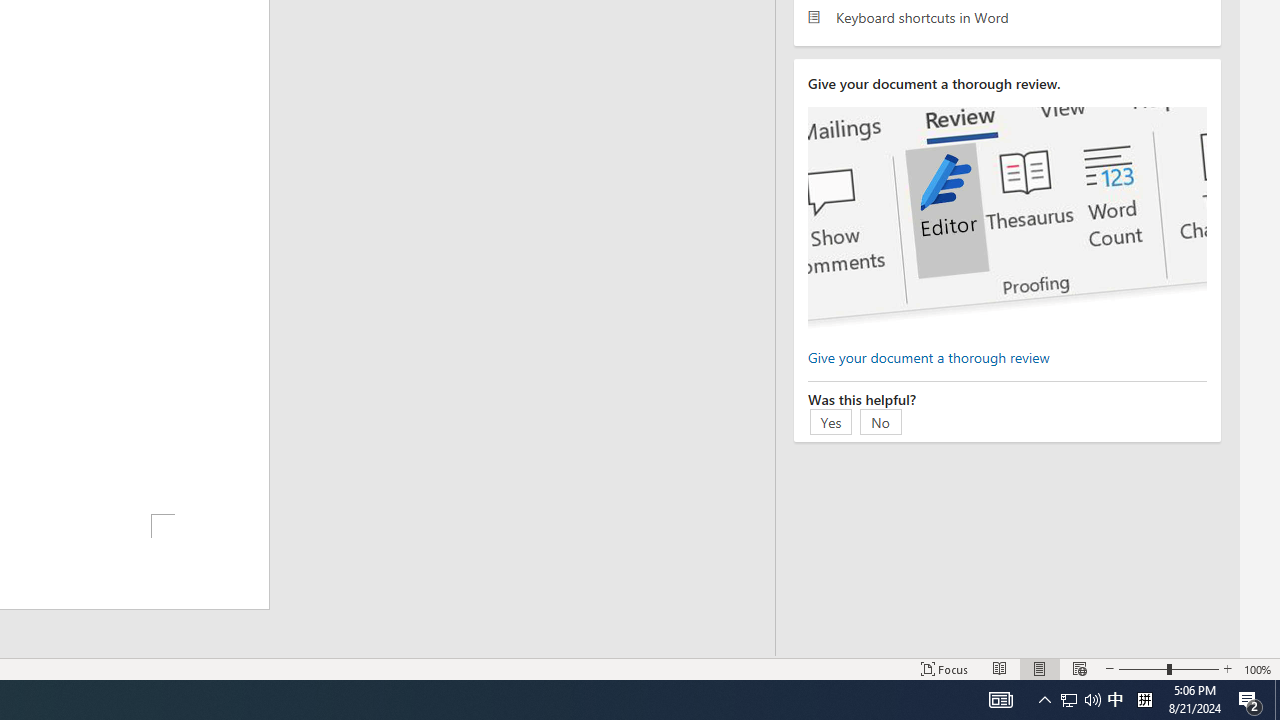 The width and height of the screenshot is (1280, 720). What do you see at coordinates (1257, 669) in the screenshot?
I see `'Zoom 100%'` at bounding box center [1257, 669].